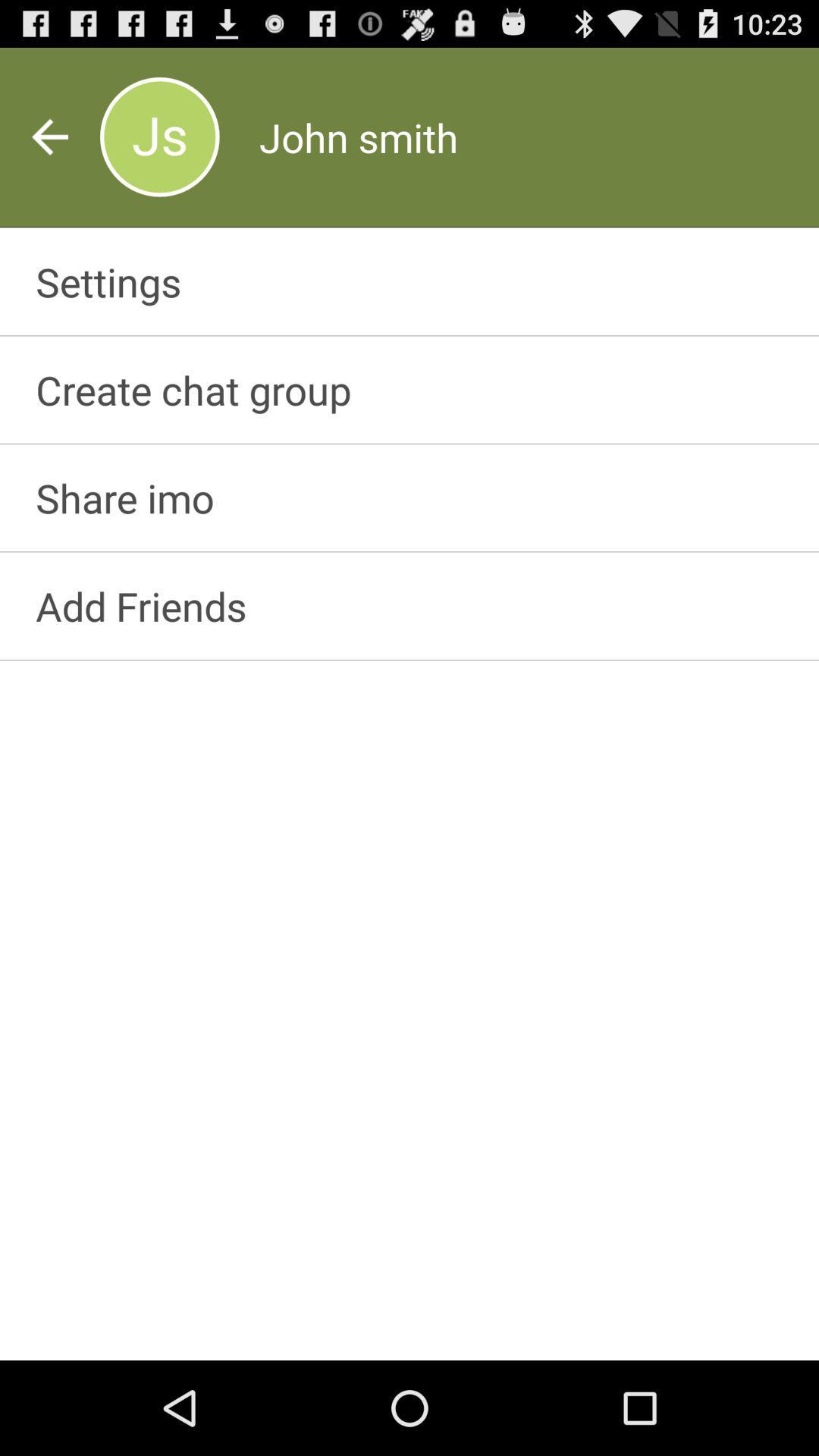  I want to click on the avatar icon, so click(159, 146).